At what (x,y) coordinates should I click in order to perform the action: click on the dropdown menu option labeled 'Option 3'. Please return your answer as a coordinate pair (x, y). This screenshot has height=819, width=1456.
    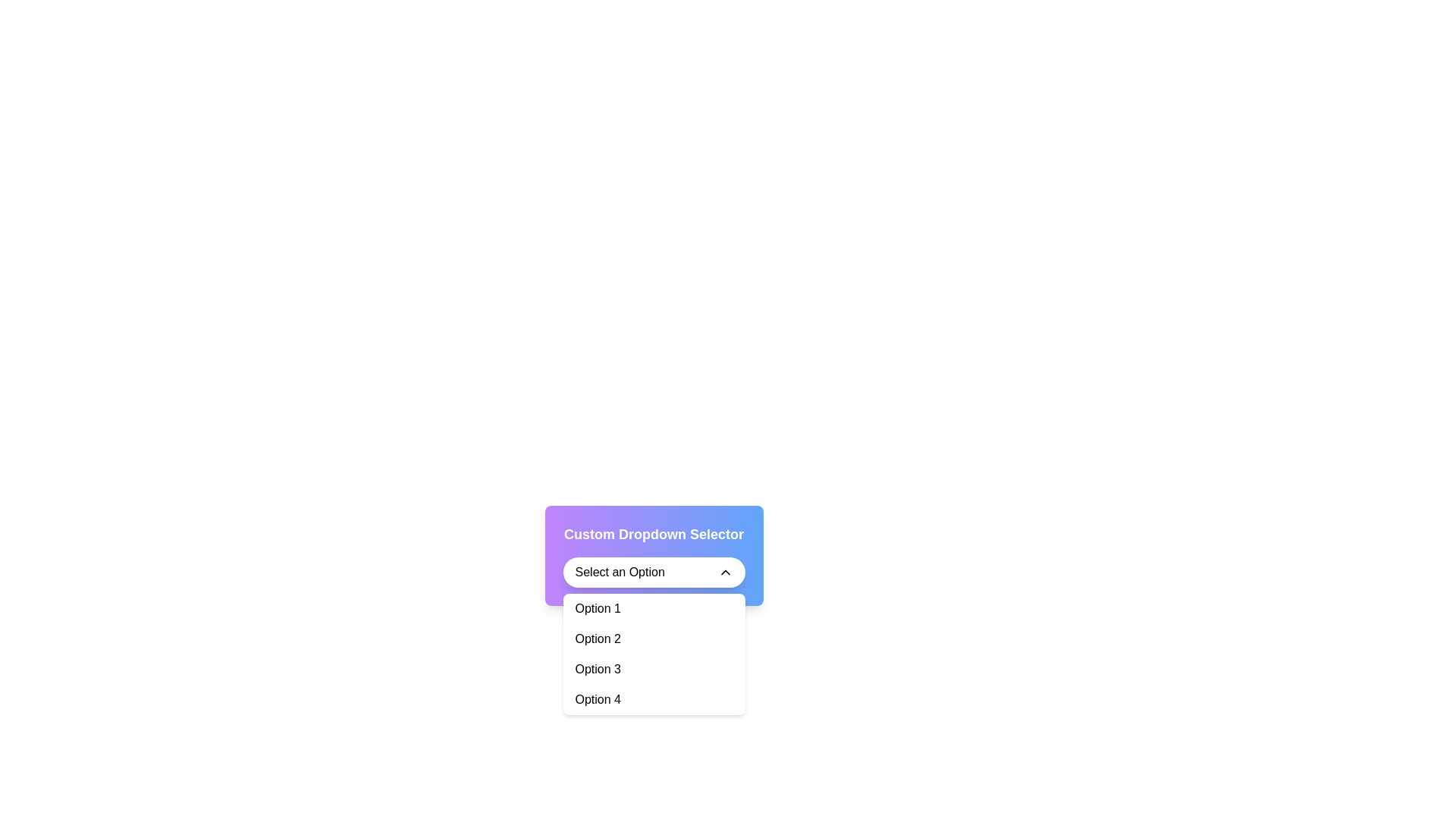
    Looking at the image, I should click on (654, 669).